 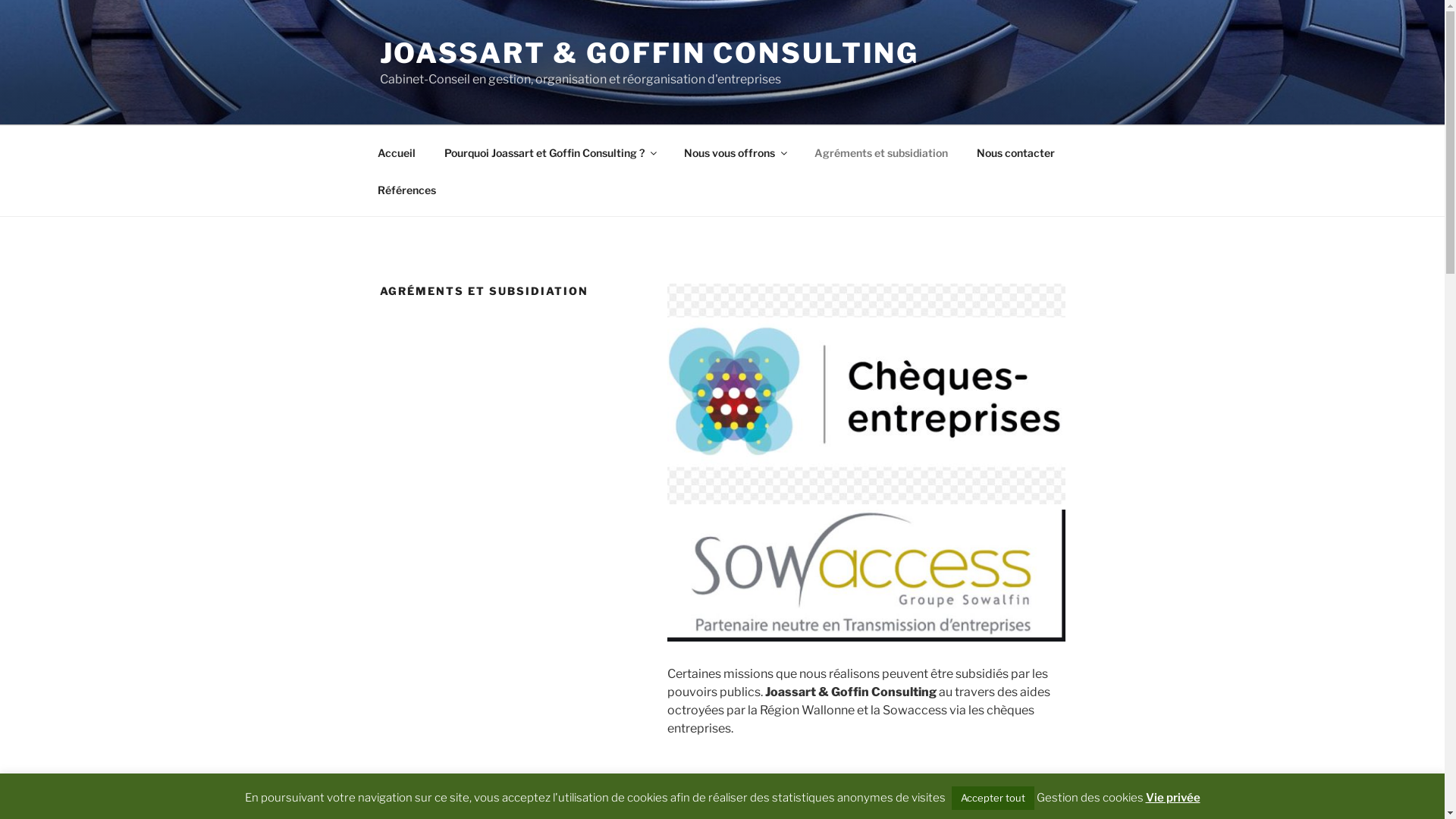 What do you see at coordinates (548, 152) in the screenshot?
I see `'Pourquoi Joassart et Goffin Consulting ?'` at bounding box center [548, 152].